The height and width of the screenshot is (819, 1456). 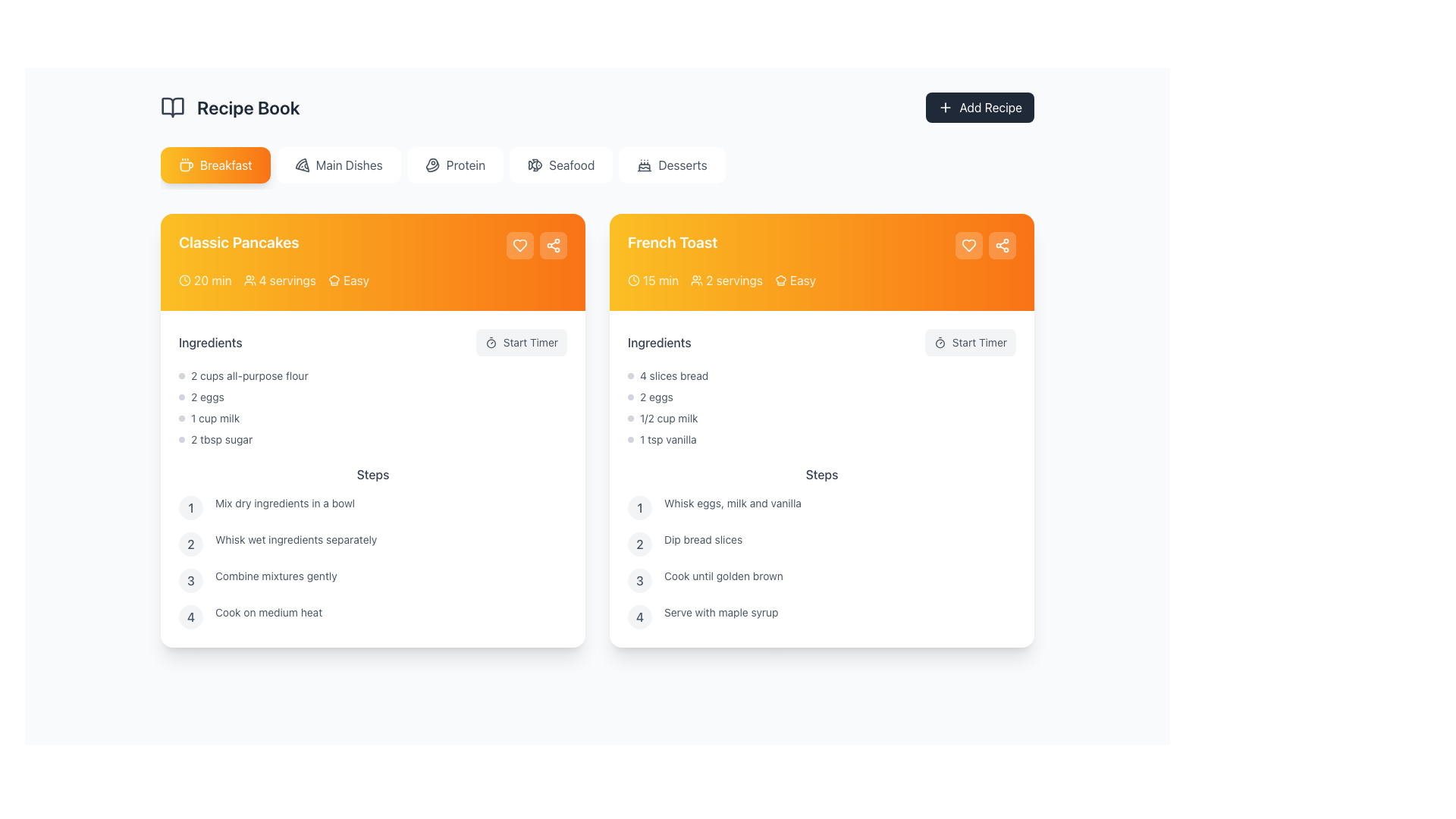 What do you see at coordinates (184, 281) in the screenshot?
I see `the clock icon representing the preparation time for the 'Classic Pancakes' recipe, which is located leftmost in the metadata icons line` at bounding box center [184, 281].